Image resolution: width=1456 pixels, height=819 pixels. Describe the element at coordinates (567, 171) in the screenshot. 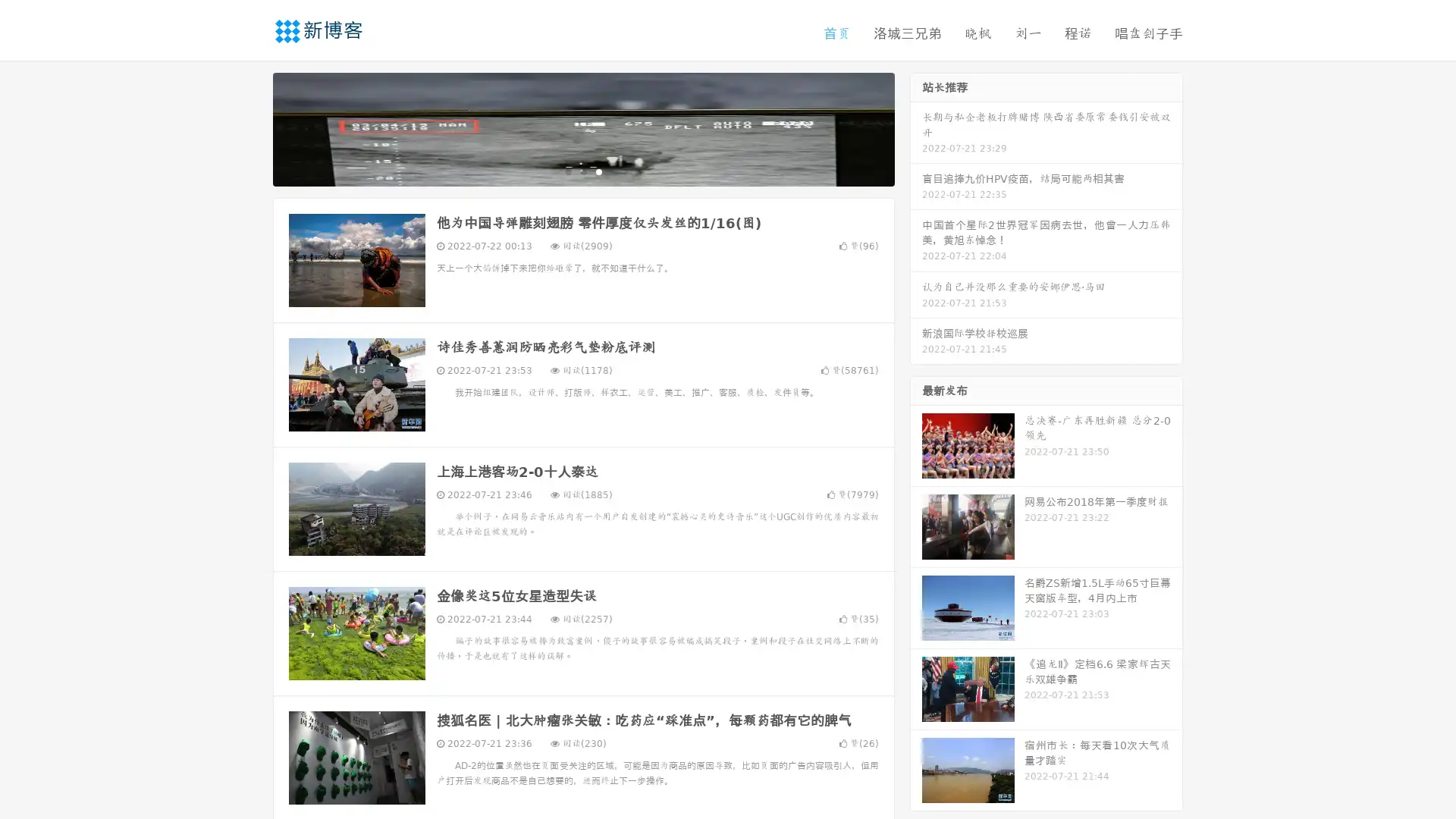

I see `Go to slide 1` at that location.